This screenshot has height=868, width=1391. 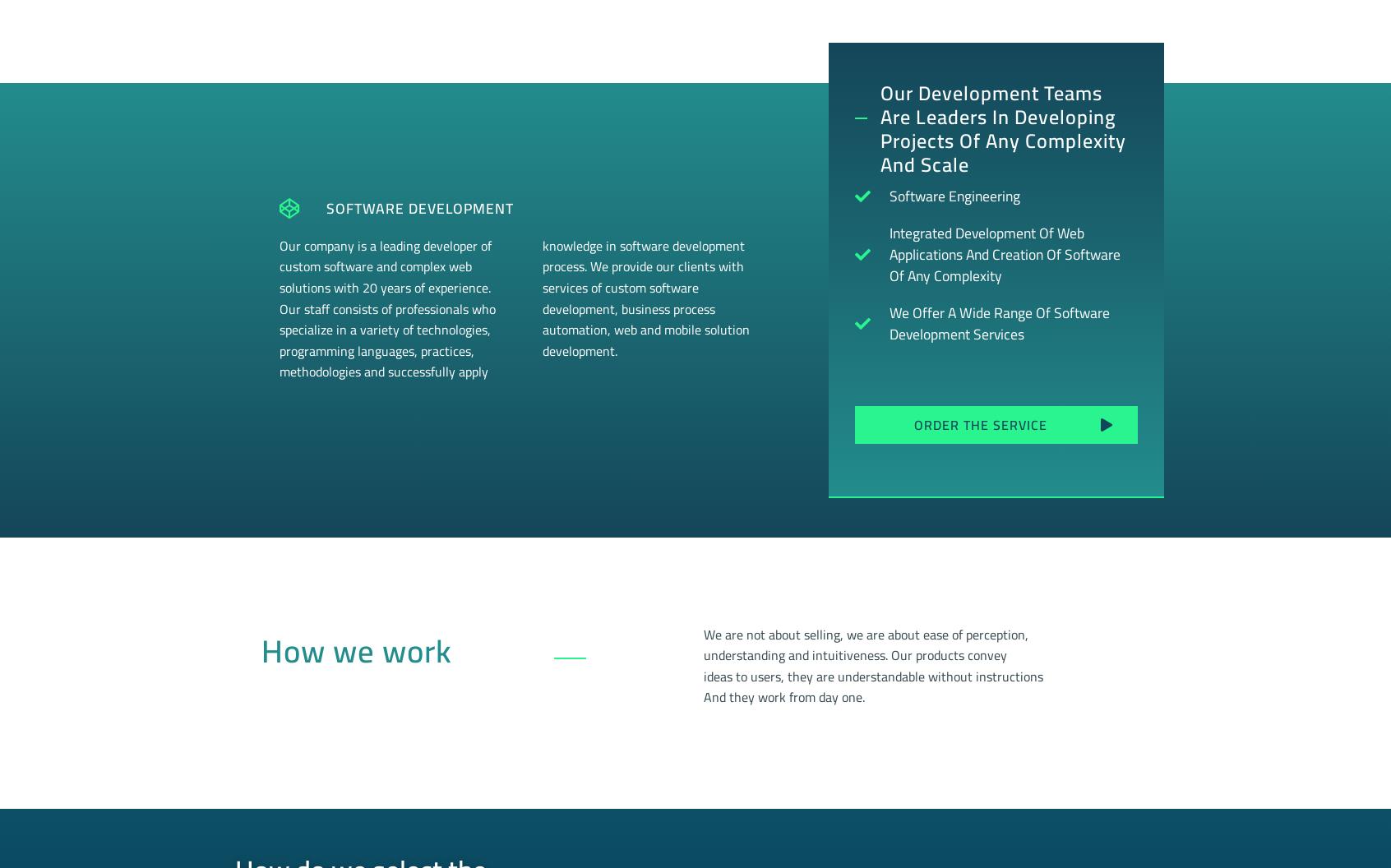 What do you see at coordinates (979, 422) in the screenshot?
I see `'Order the service'` at bounding box center [979, 422].